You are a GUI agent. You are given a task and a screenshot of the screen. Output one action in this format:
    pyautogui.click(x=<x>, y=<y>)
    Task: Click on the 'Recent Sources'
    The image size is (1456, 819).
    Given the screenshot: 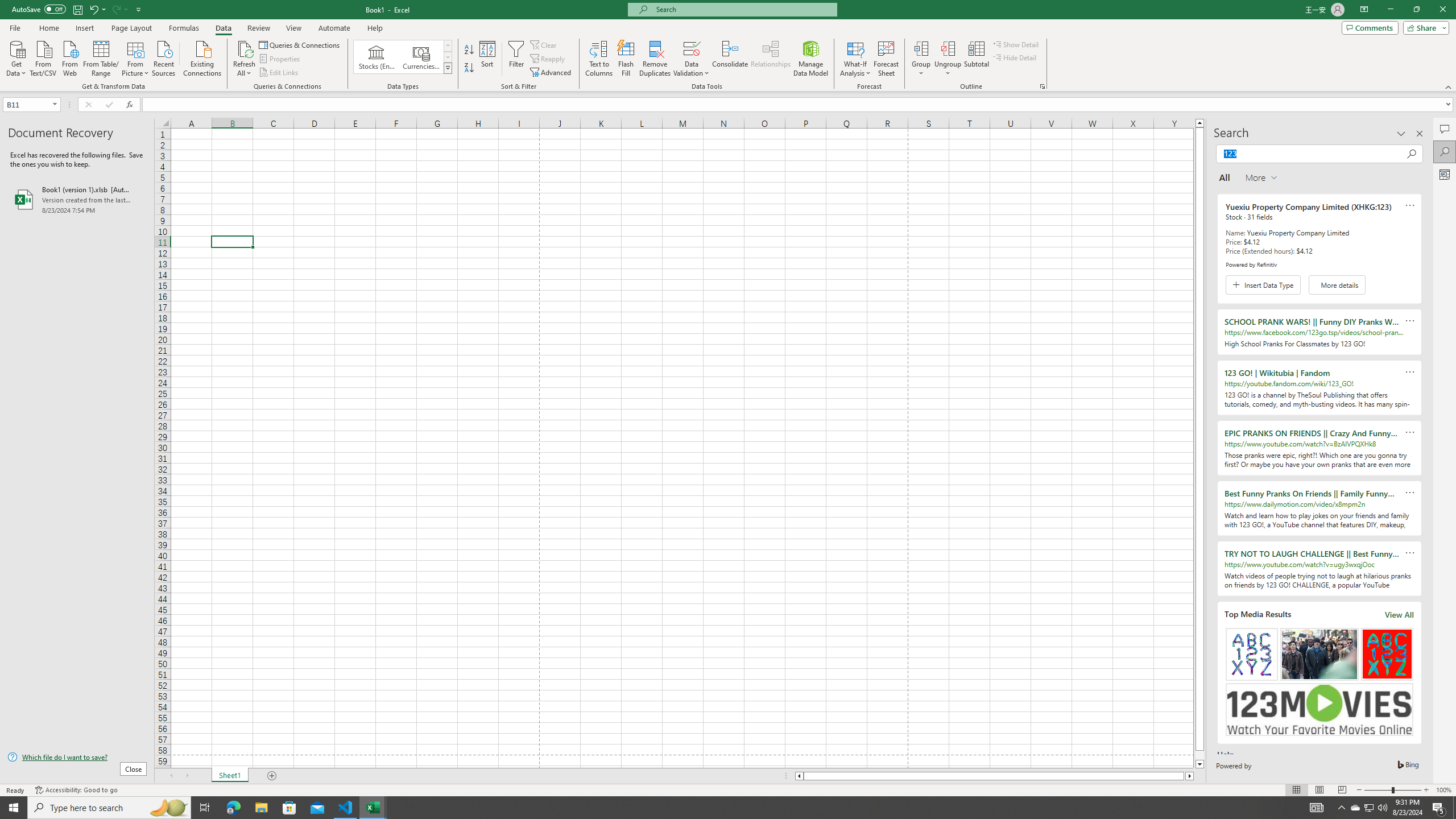 What is the action you would take?
    pyautogui.click(x=164, y=57)
    